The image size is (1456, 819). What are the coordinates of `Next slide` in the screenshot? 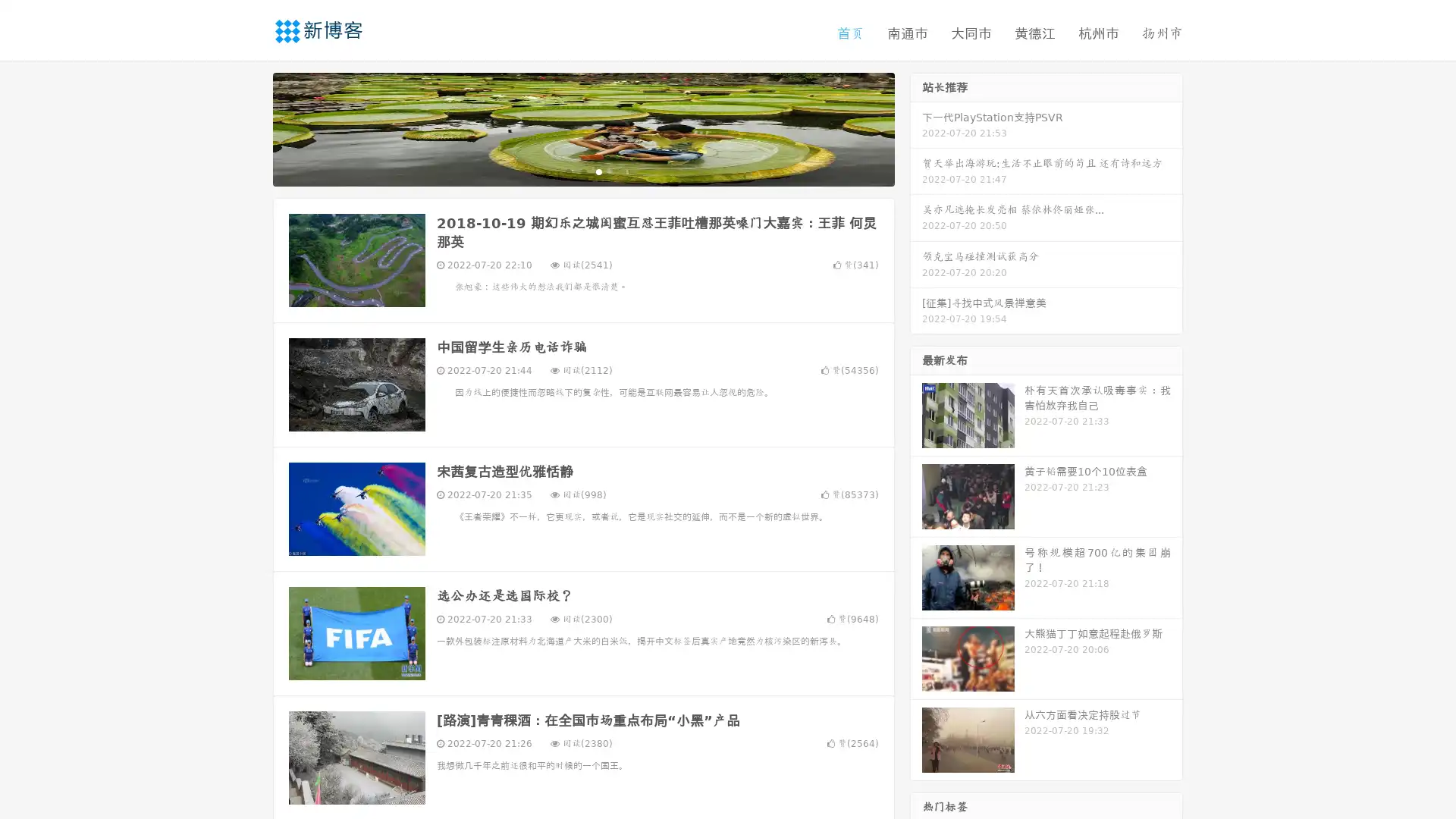 It's located at (916, 127).